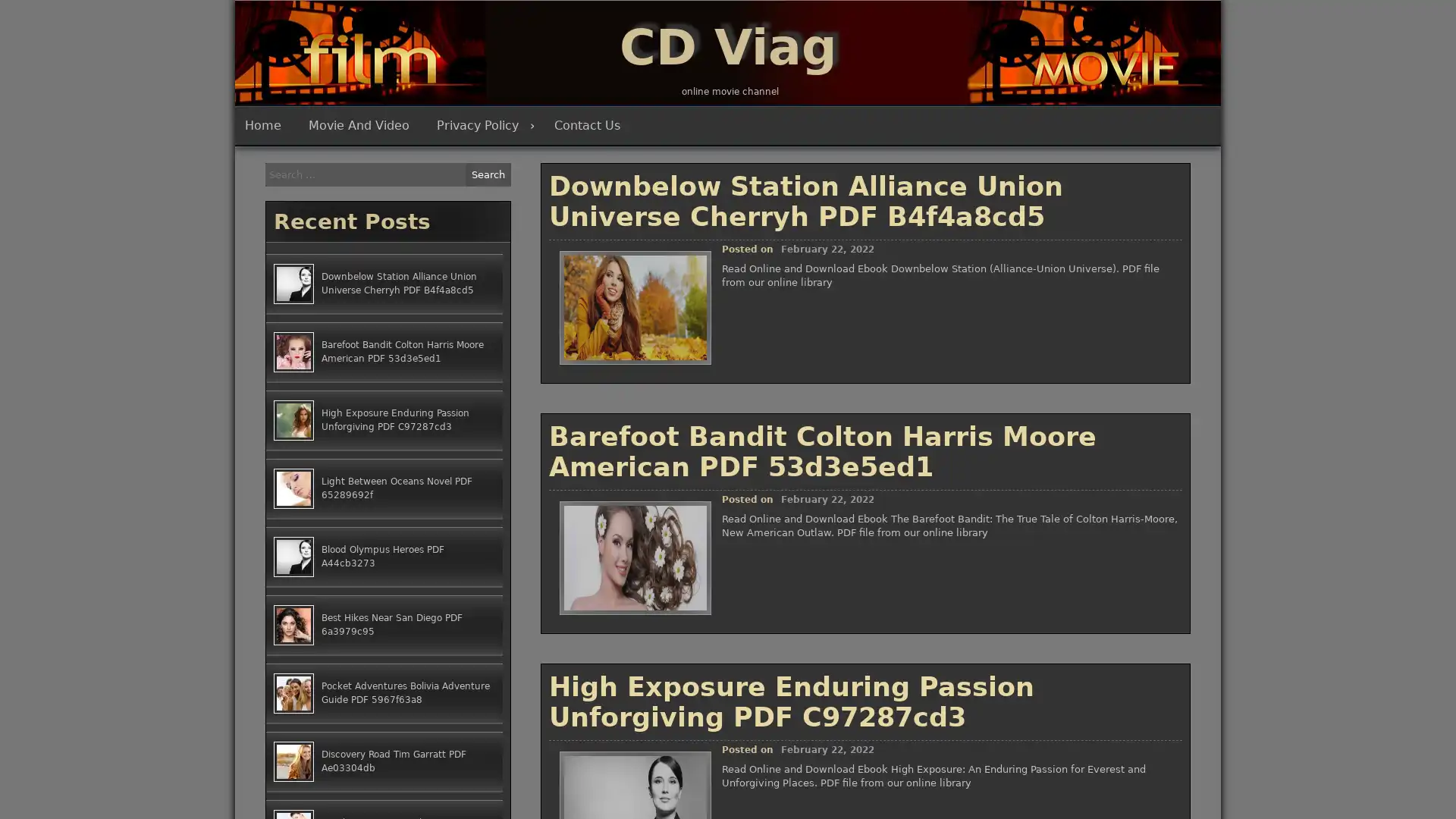 This screenshot has width=1456, height=819. What do you see at coordinates (488, 174) in the screenshot?
I see `Search` at bounding box center [488, 174].